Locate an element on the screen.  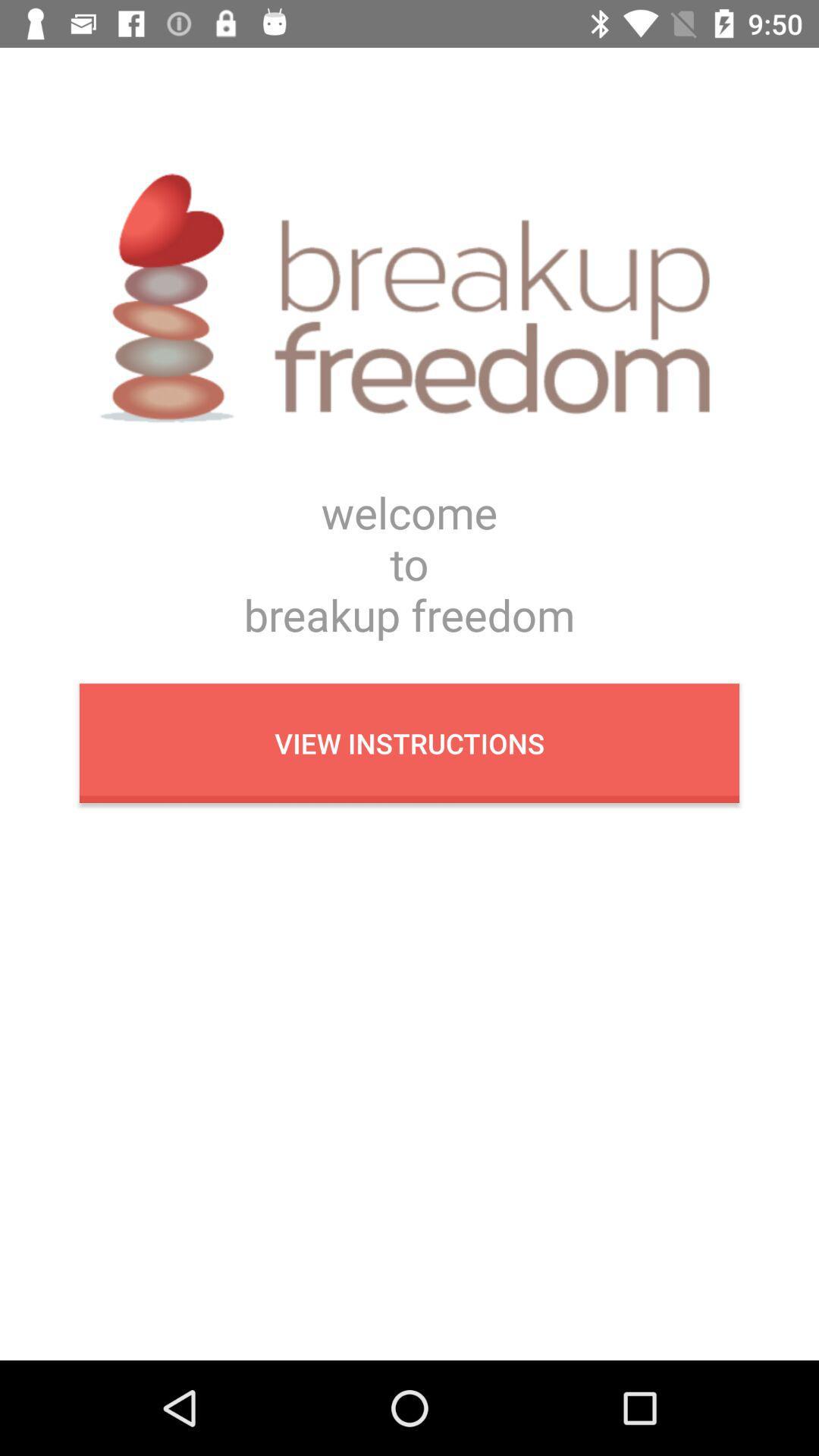
view instructions is located at coordinates (409, 743).